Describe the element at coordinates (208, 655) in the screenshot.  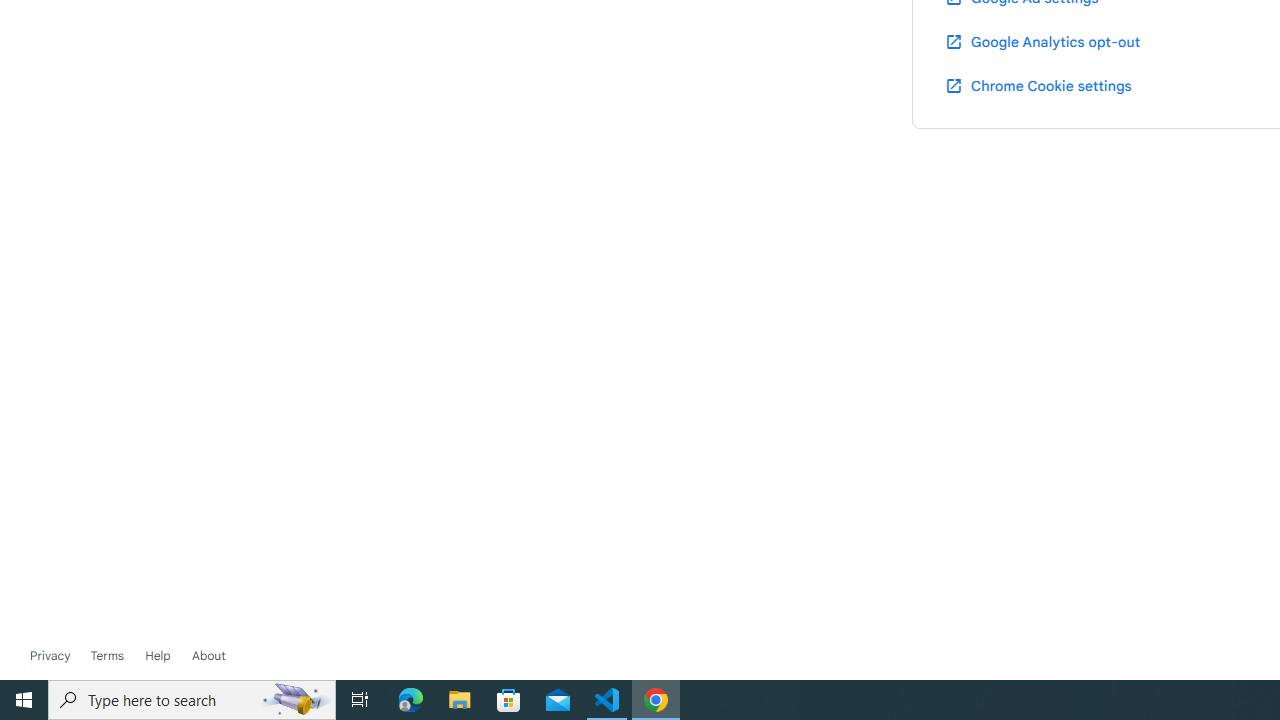
I see `'Learn more about Google Account'` at that location.